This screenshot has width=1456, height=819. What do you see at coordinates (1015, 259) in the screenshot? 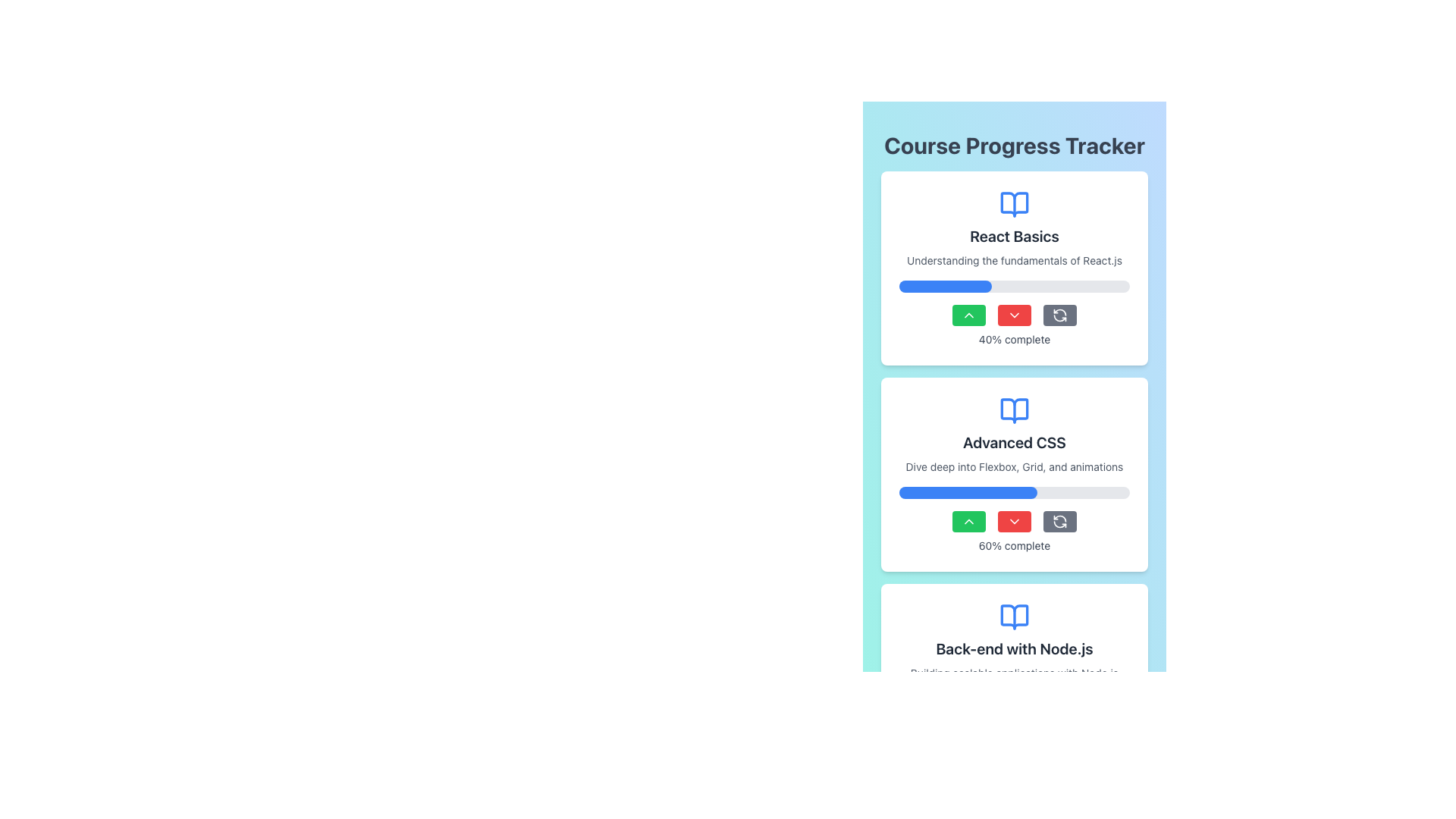
I see `the supplemental information text in the 'React Basics' card, which is the second text block below the main title 'React Basics' and above the progress bar` at bounding box center [1015, 259].